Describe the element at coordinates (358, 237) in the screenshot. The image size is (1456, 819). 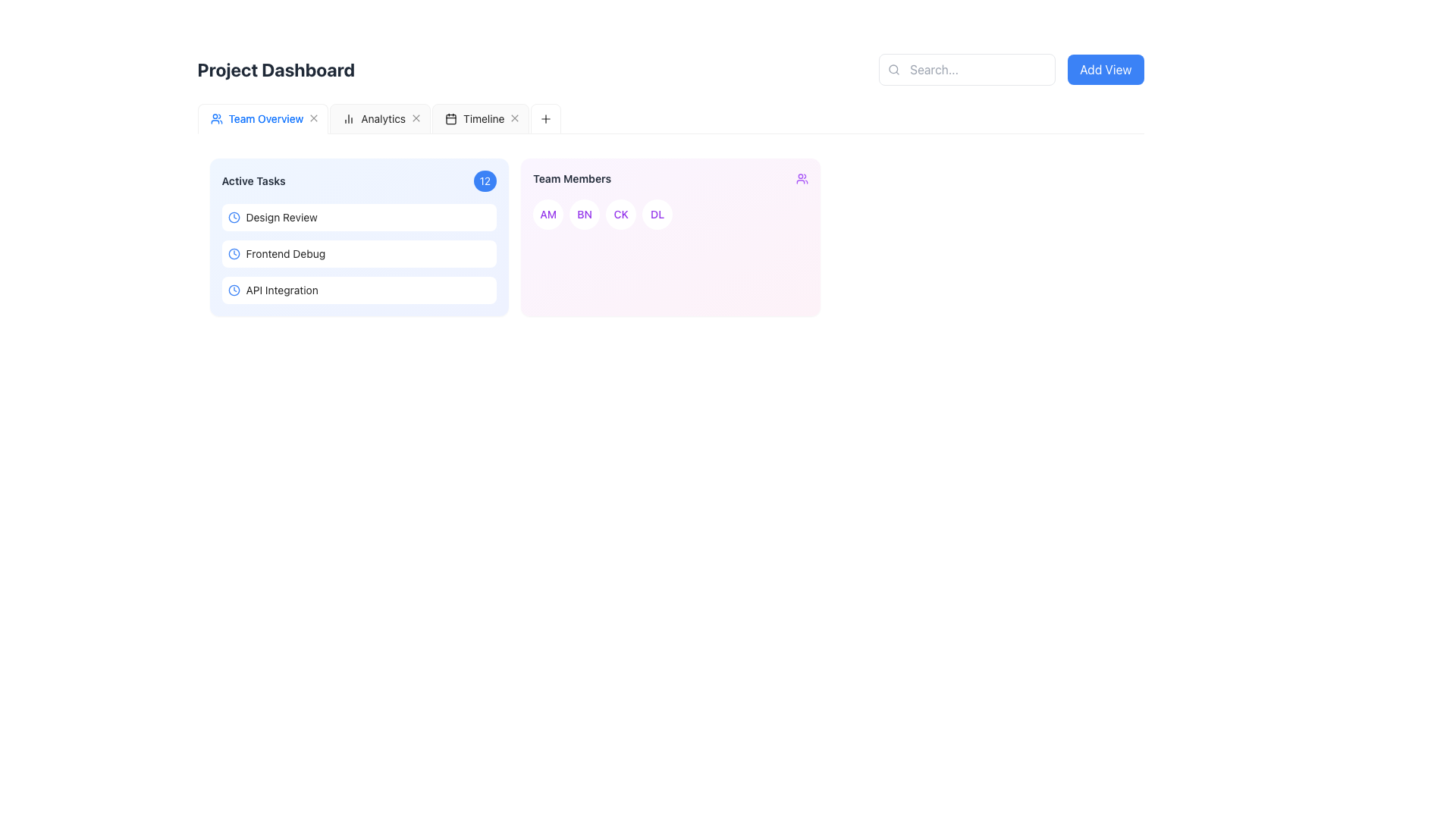
I see `the tasks listed in the overview card displaying active tasks, which is positioned to the left of the 'Team Members' card on the dashboard` at that location.